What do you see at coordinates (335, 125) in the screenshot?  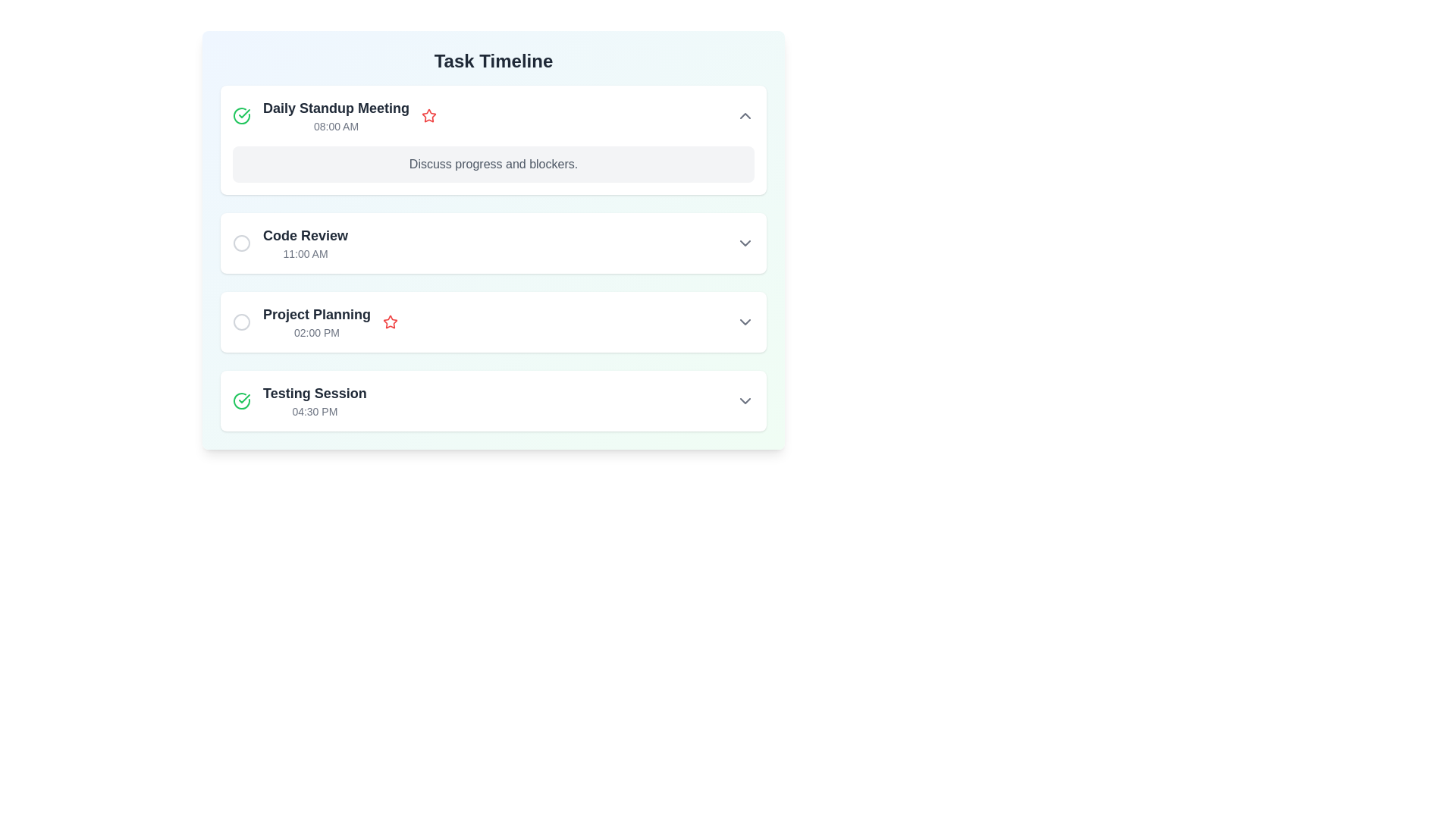 I see `text label displaying '08:00 AM', which is styled in a small gray font and positioned below the 'Daily Standup Meeting' header` at bounding box center [335, 125].